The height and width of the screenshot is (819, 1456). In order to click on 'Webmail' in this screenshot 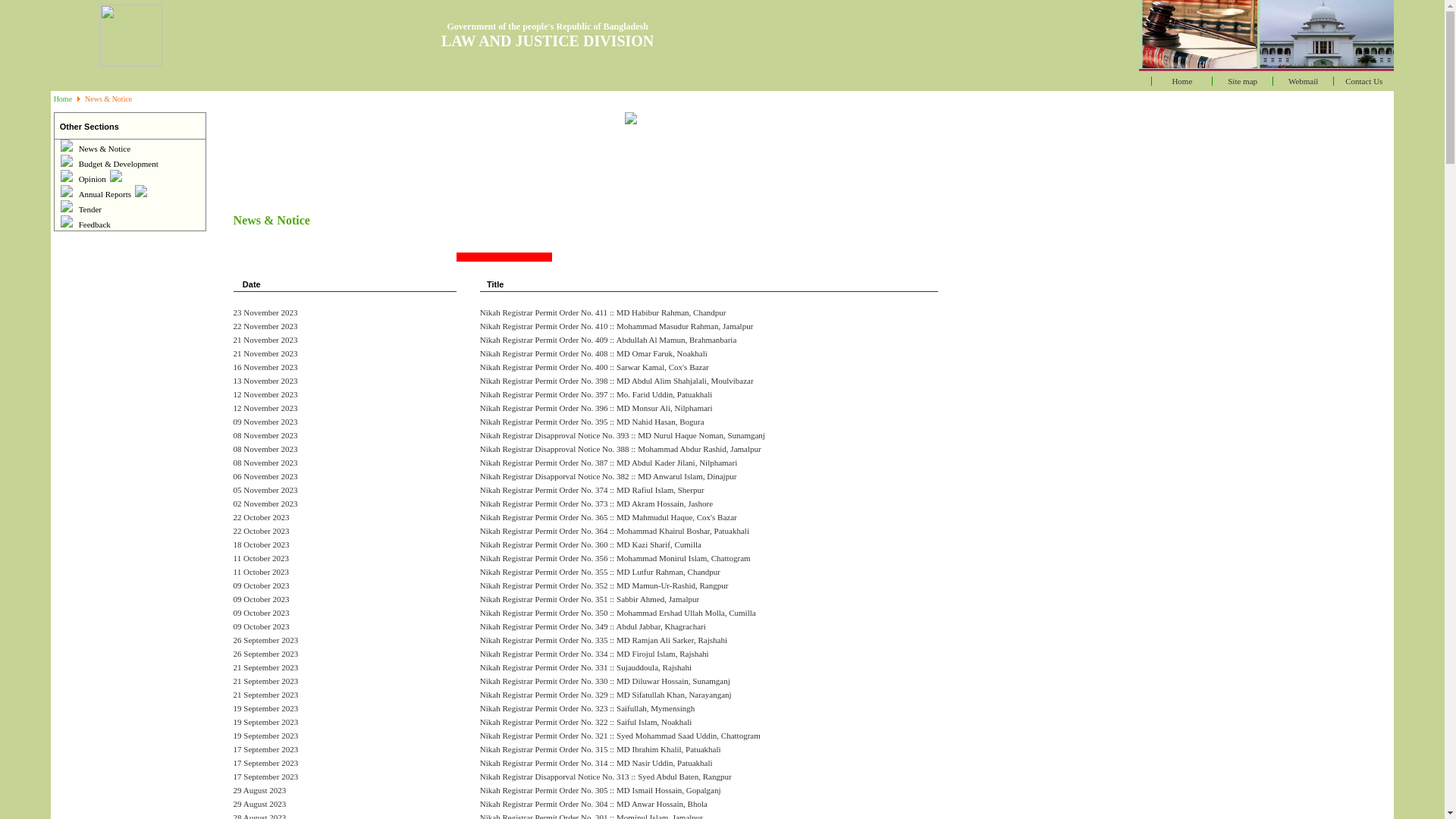, I will do `click(1288, 81)`.